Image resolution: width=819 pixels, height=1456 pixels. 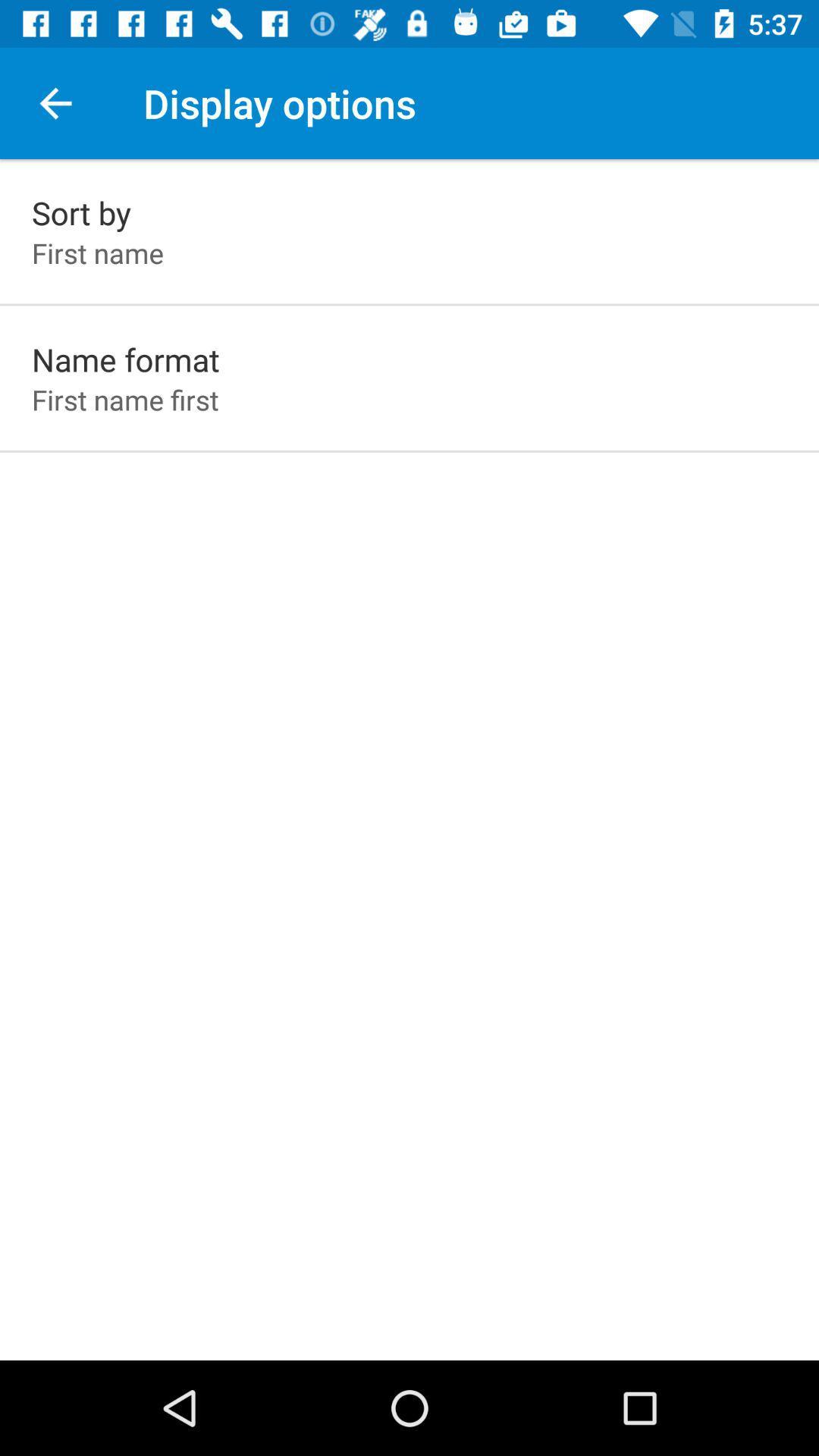 What do you see at coordinates (55, 102) in the screenshot?
I see `the icon to the left of the display options app` at bounding box center [55, 102].